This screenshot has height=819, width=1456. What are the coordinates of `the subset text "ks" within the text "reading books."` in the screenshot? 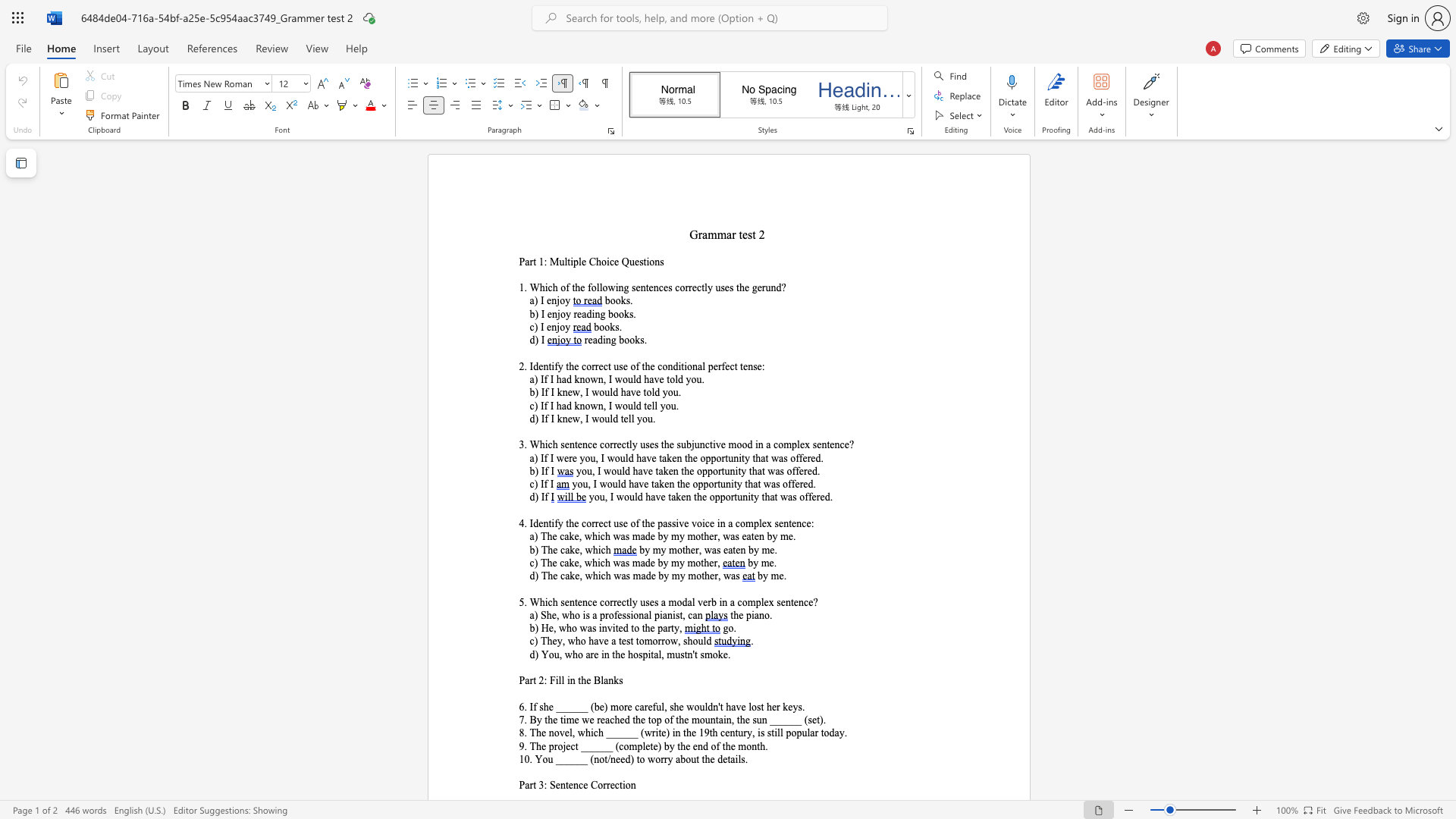 It's located at (635, 339).